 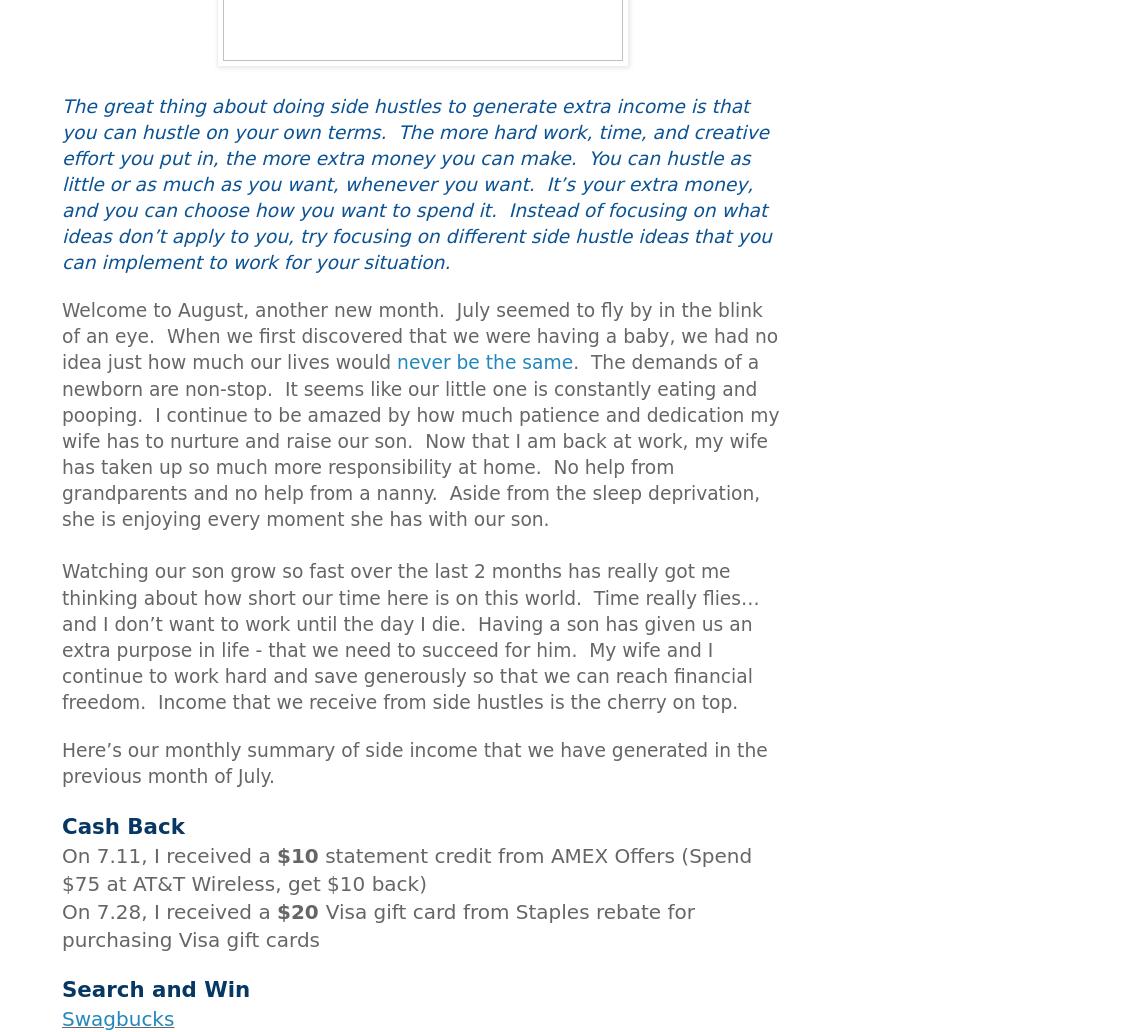 What do you see at coordinates (420, 426) in the screenshot?
I see `'I continue to be amazed by how much patience and dedication my wife has
to nurture and raise our son.'` at bounding box center [420, 426].